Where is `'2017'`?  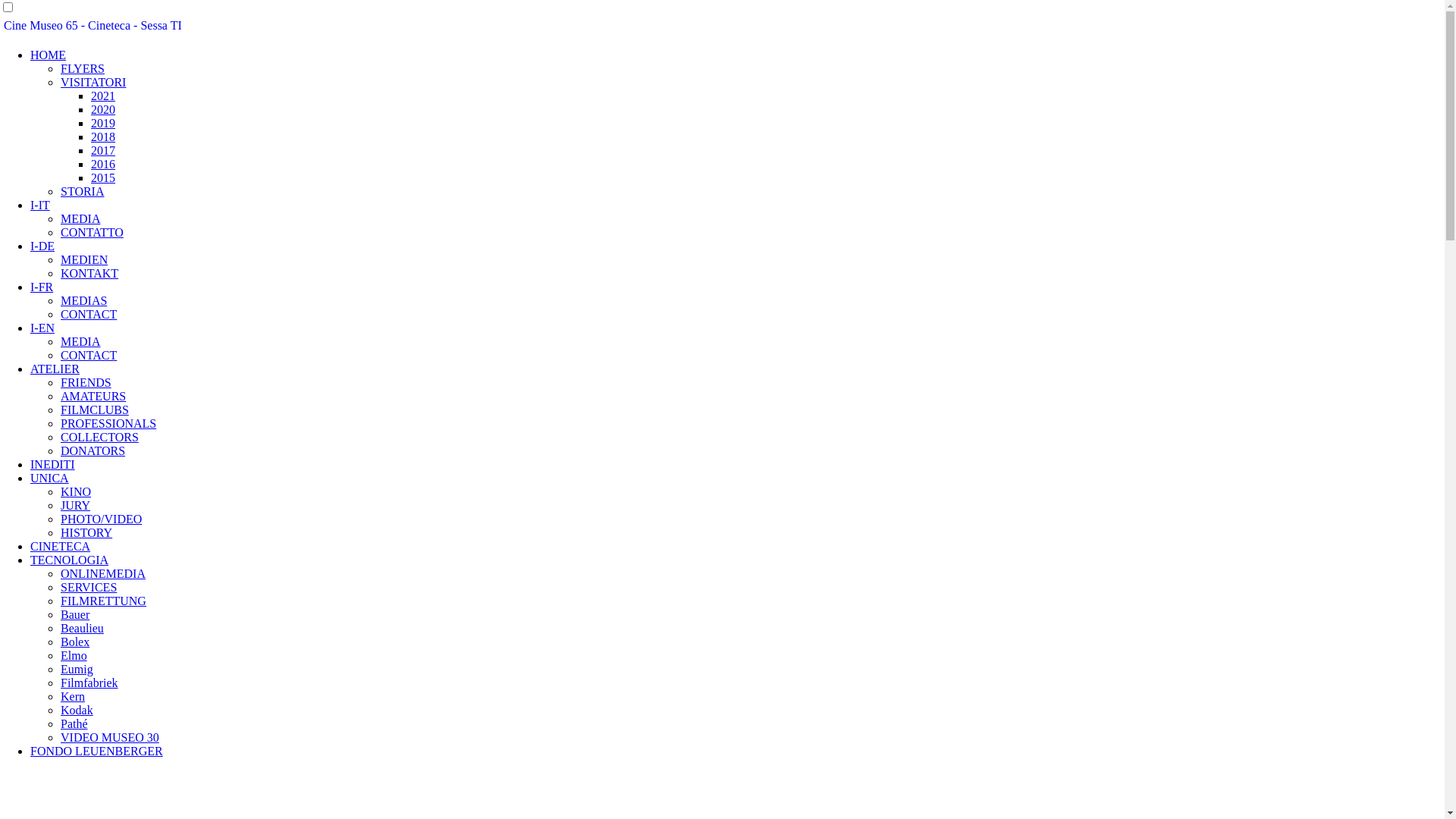
'2017' is located at coordinates (102, 150).